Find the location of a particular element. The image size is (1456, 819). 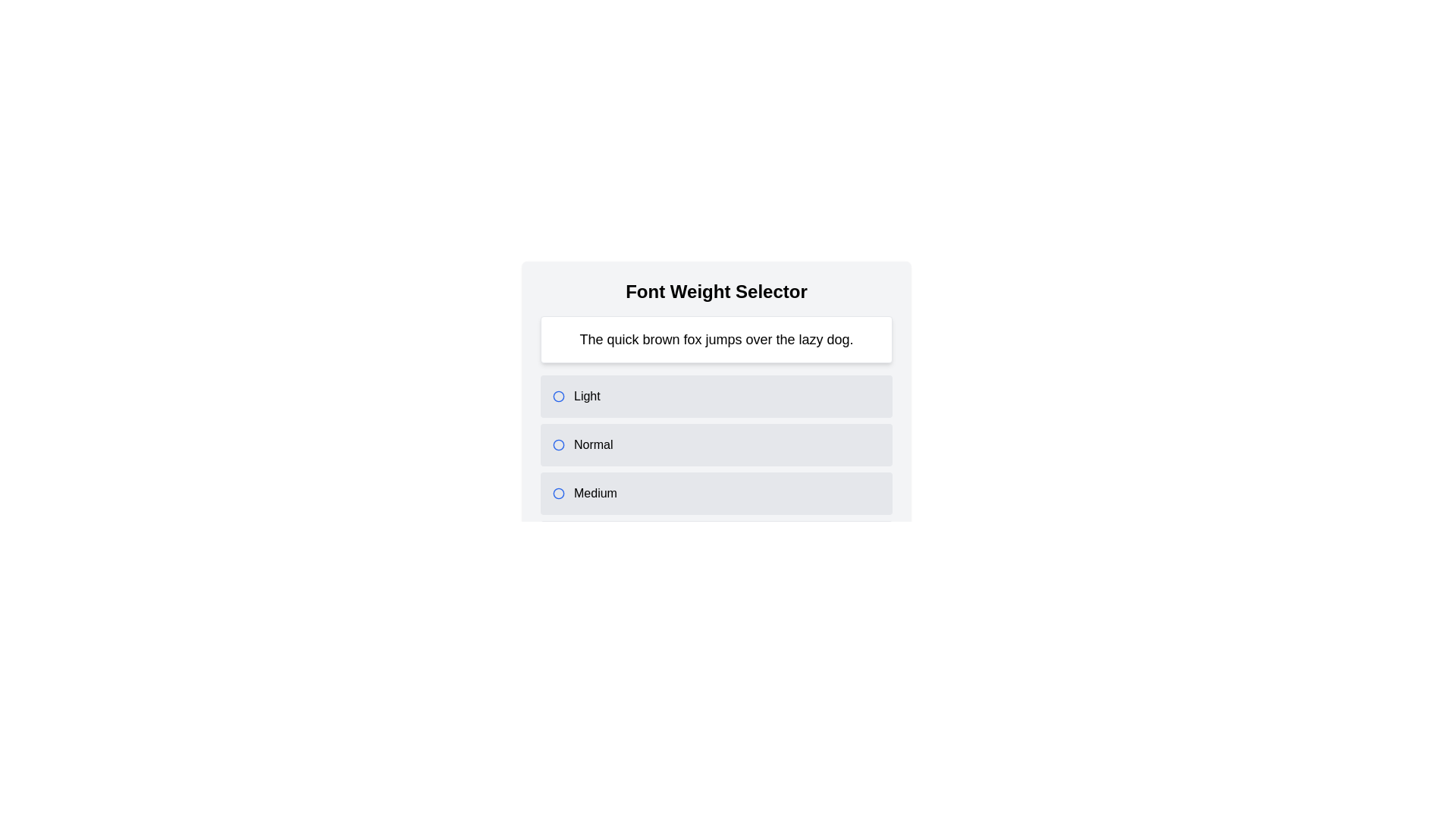

the Radio button indicator is located at coordinates (558, 396).